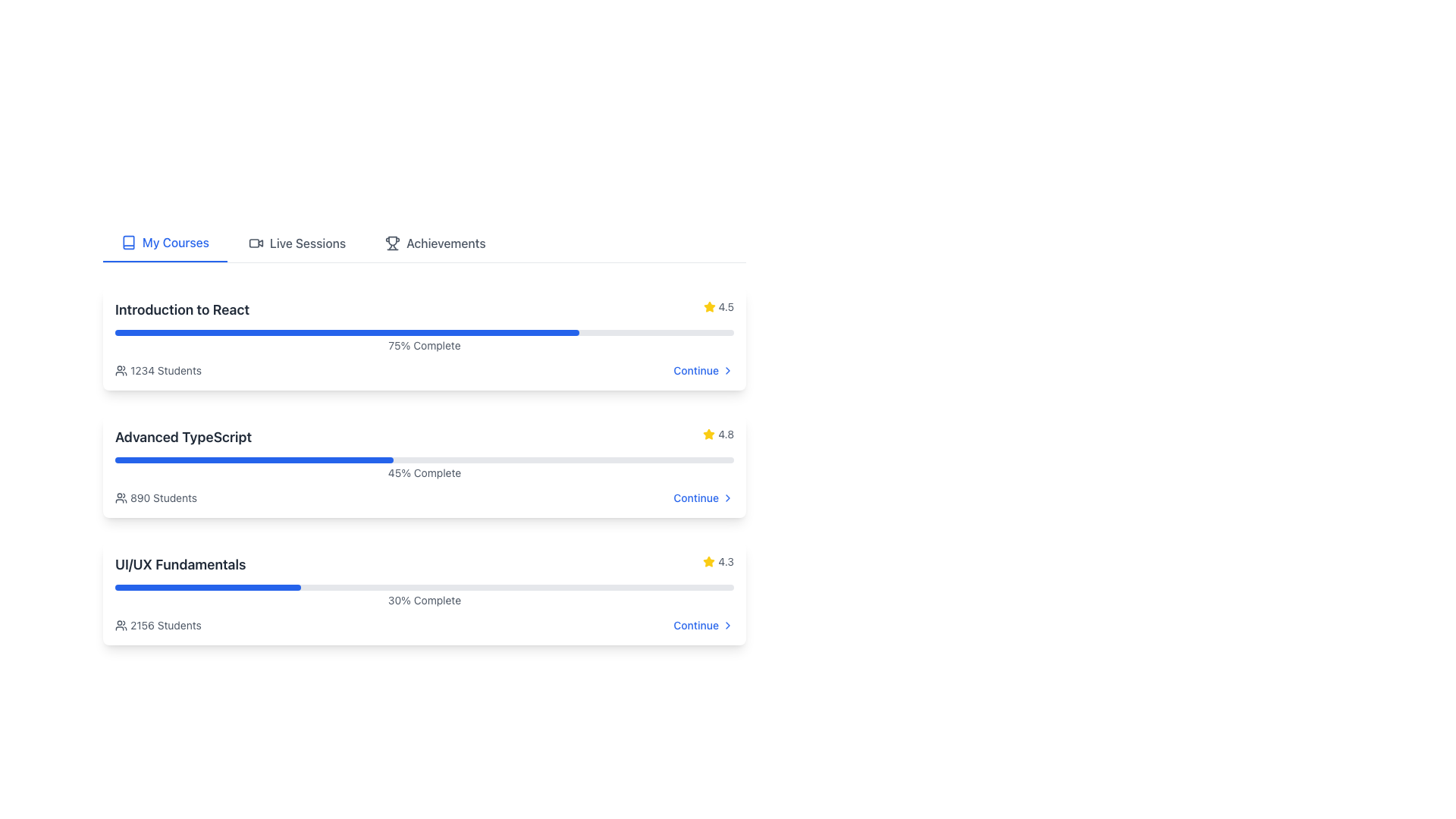 The height and width of the screenshot is (819, 1456). Describe the element at coordinates (120, 626) in the screenshot. I see `the student icon located to the left of the text '2156 Students' in the third course section labeled 'UI/UX Fundamentals'` at that location.